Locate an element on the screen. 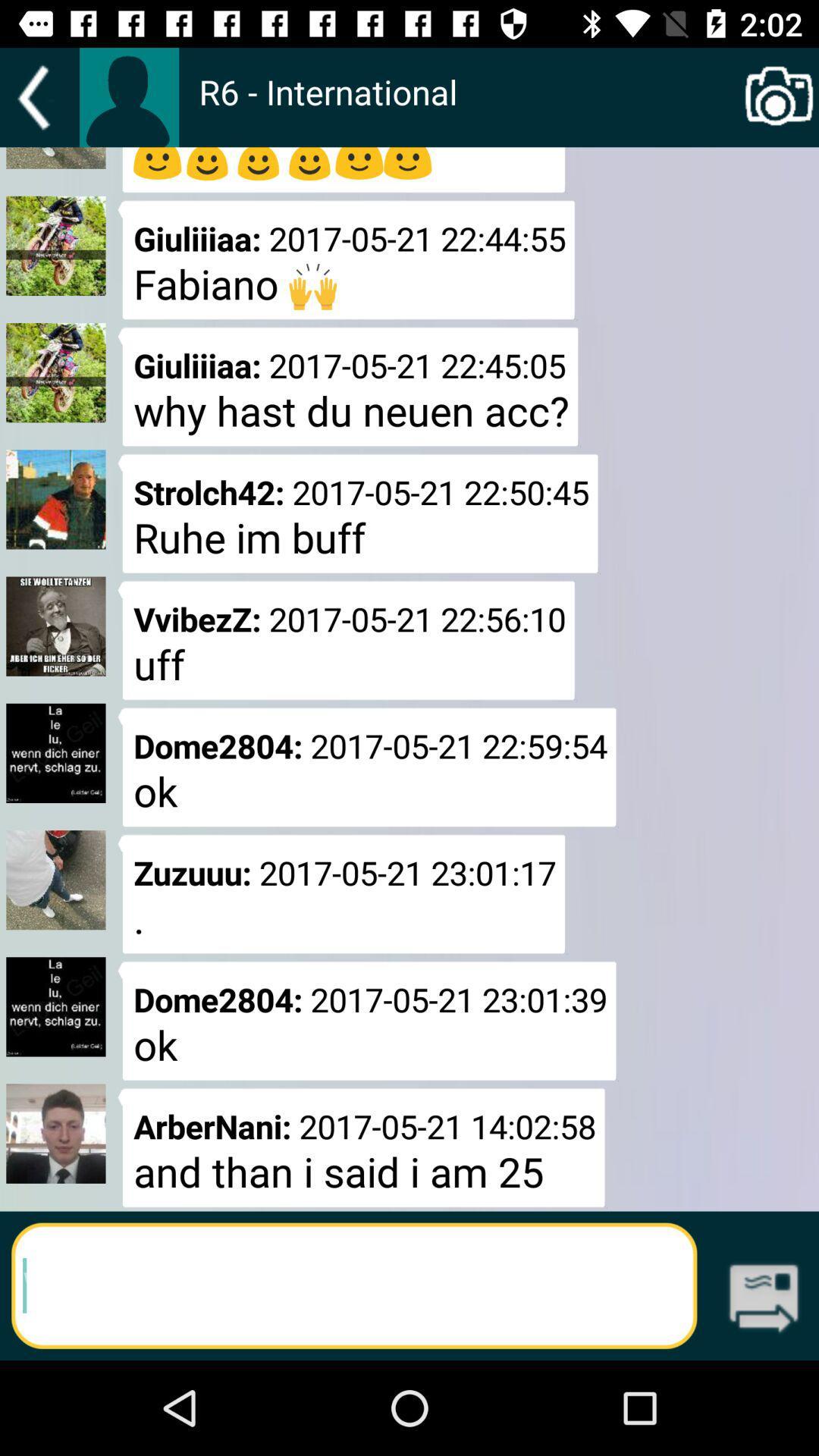 This screenshot has width=819, height=1456. dome2804 20170521 225954 is located at coordinates (367, 767).